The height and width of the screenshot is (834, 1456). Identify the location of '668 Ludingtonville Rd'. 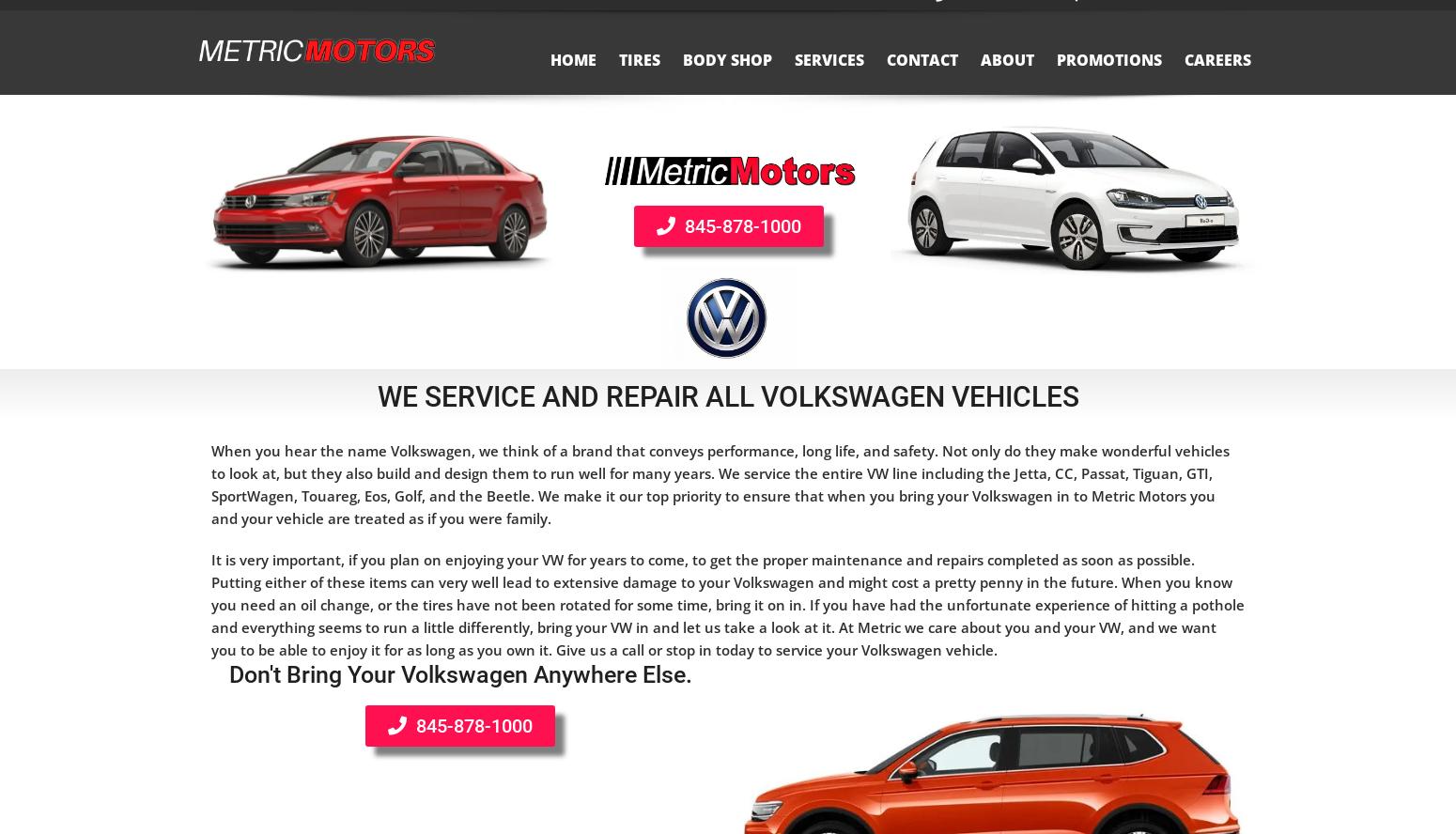
(1174, 14).